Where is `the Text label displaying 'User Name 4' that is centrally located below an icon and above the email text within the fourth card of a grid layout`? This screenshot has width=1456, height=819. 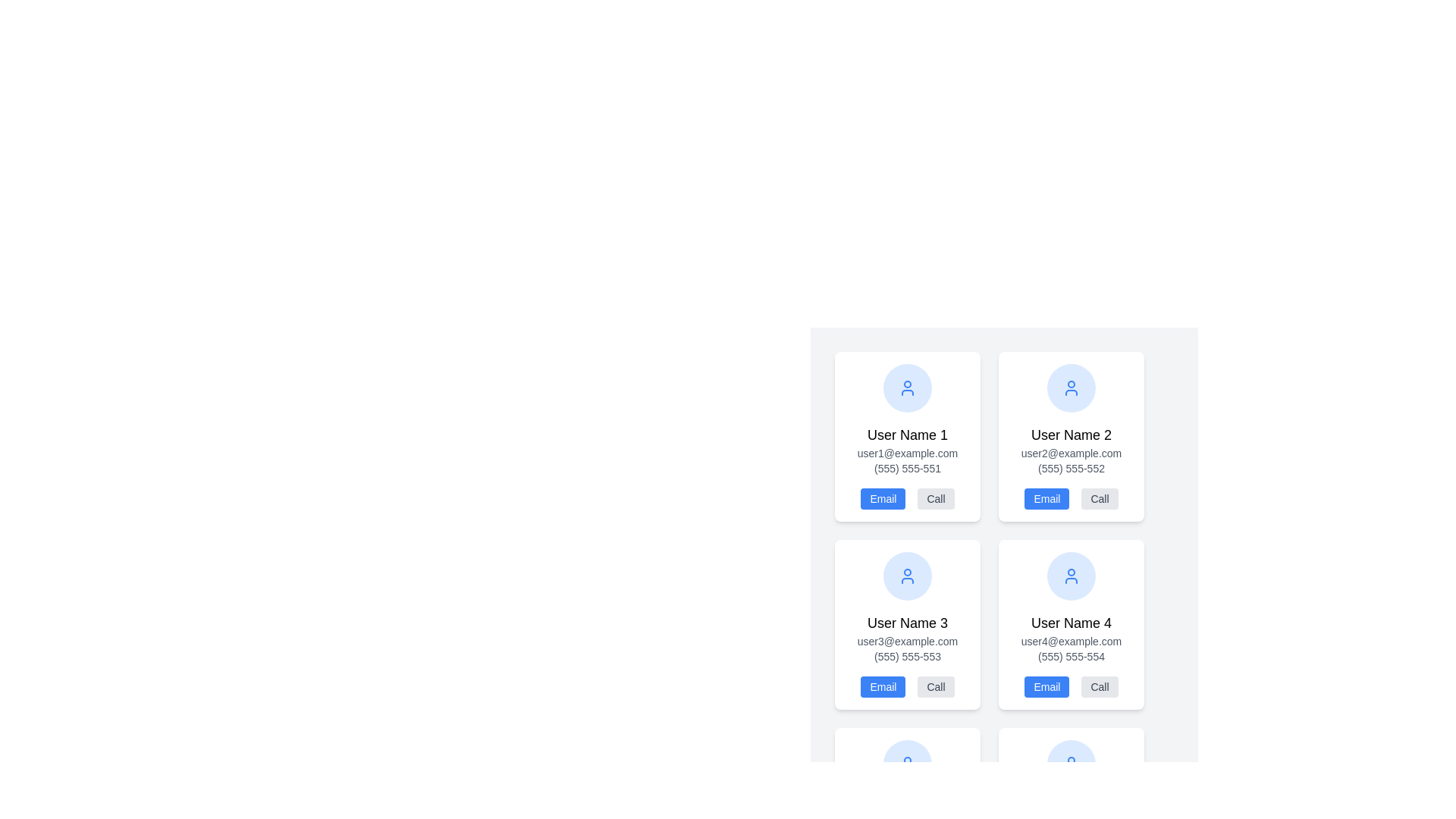
the Text label displaying 'User Name 4' that is centrally located below an icon and above the email text within the fourth card of a grid layout is located at coordinates (1070, 623).